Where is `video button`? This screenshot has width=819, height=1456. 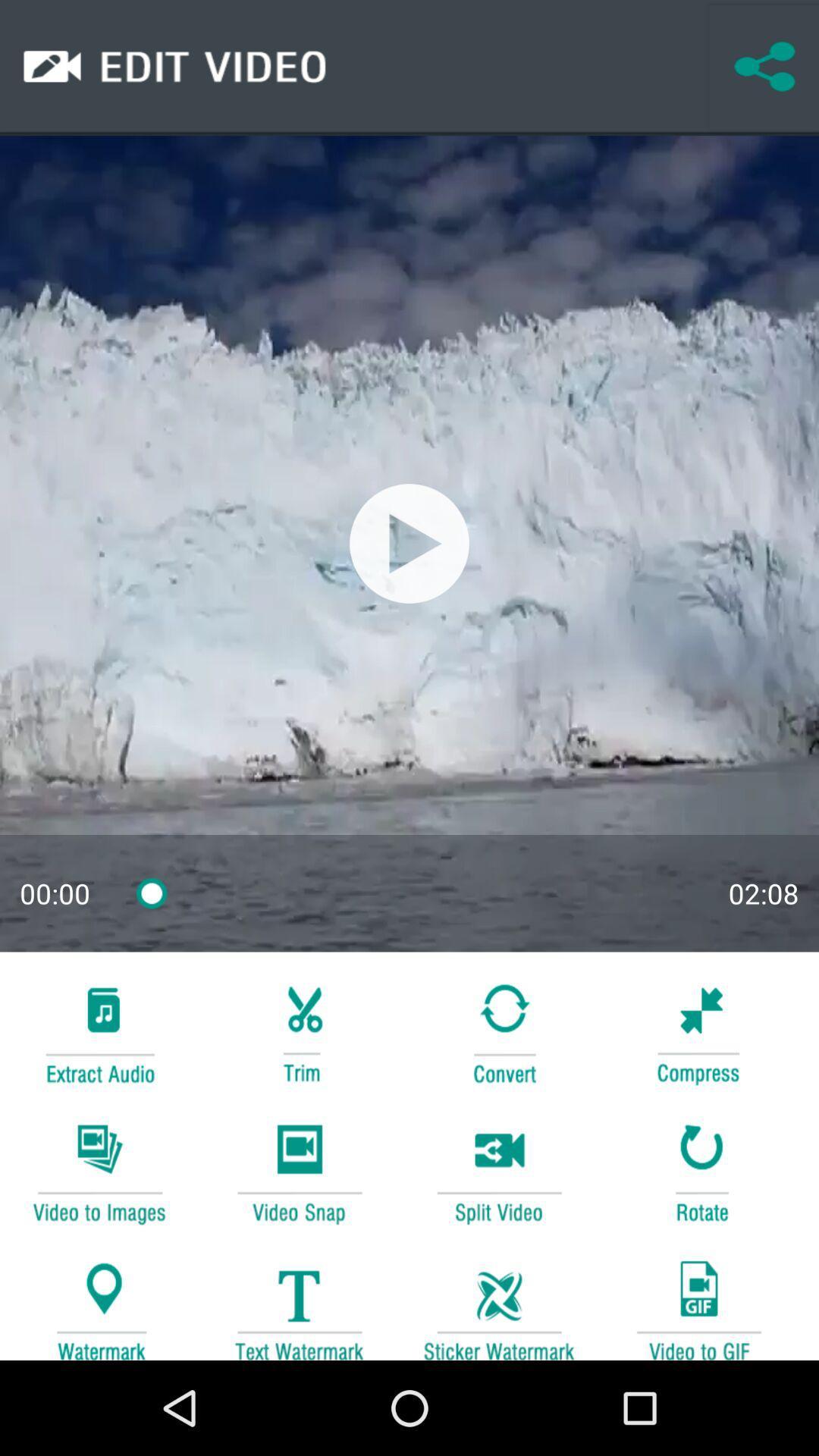 video button is located at coordinates (299, 1171).